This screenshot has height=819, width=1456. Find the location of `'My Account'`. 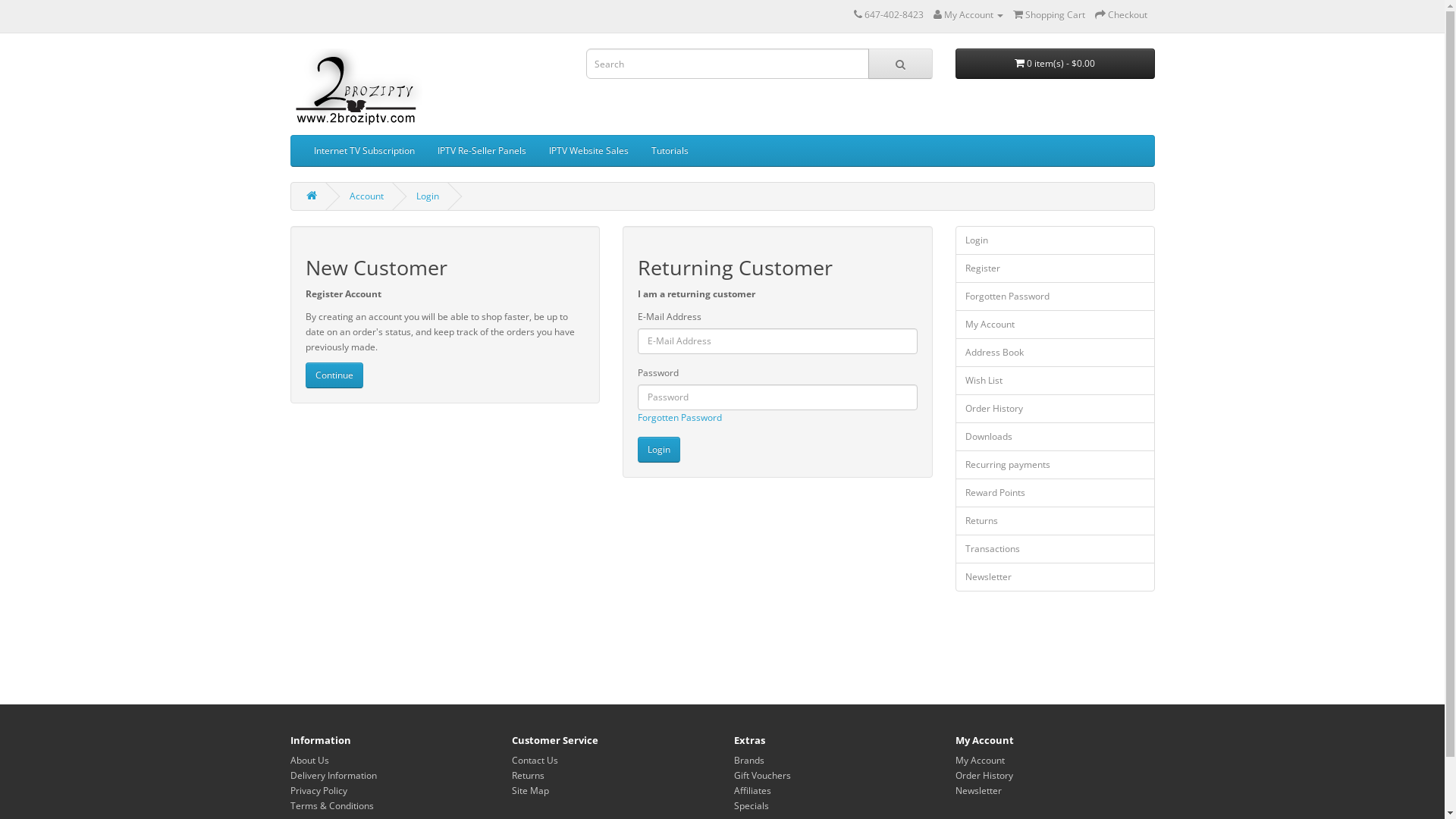

'My Account' is located at coordinates (954, 760).